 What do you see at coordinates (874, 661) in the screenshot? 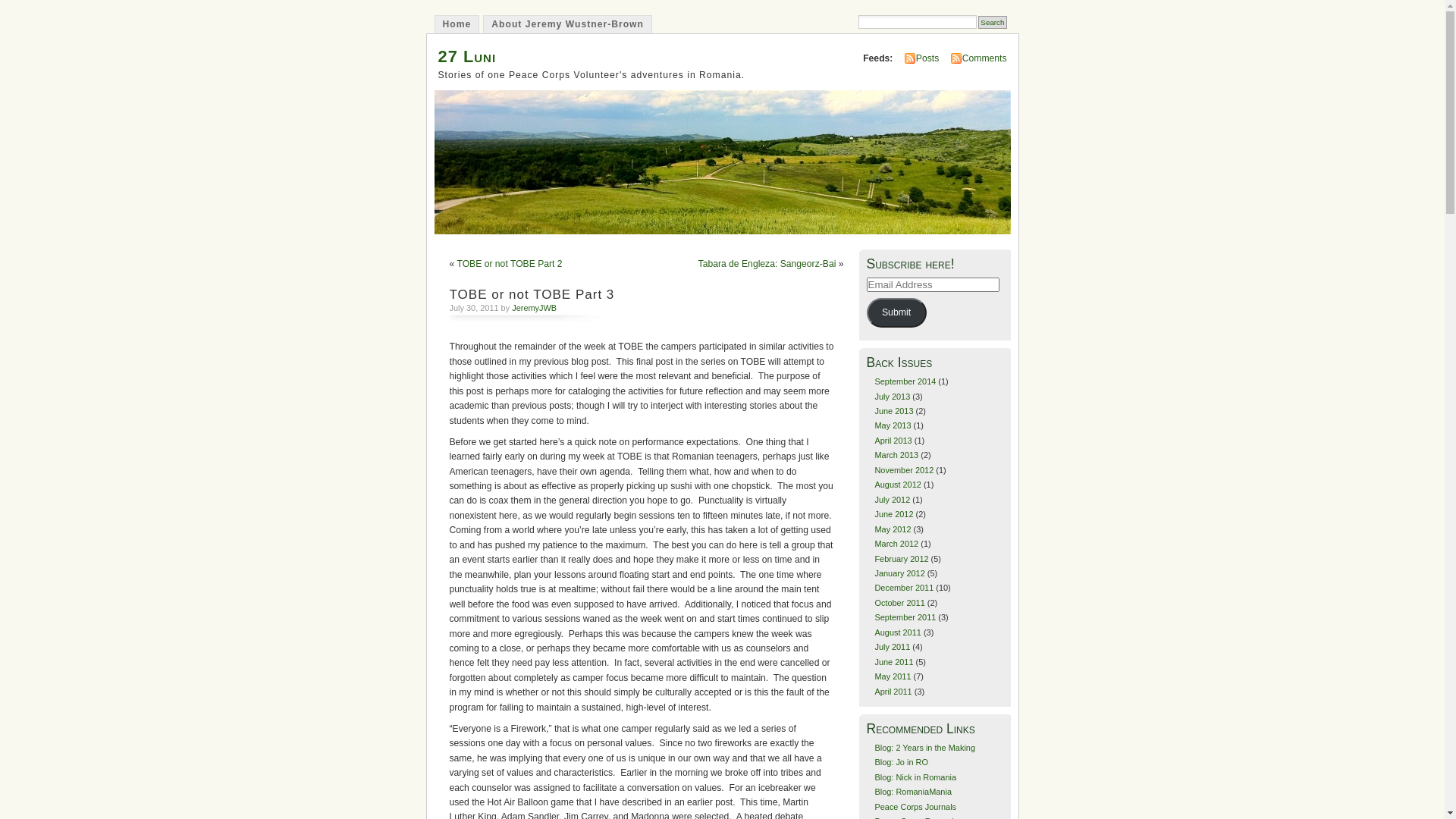
I see `'June 2011'` at bounding box center [874, 661].